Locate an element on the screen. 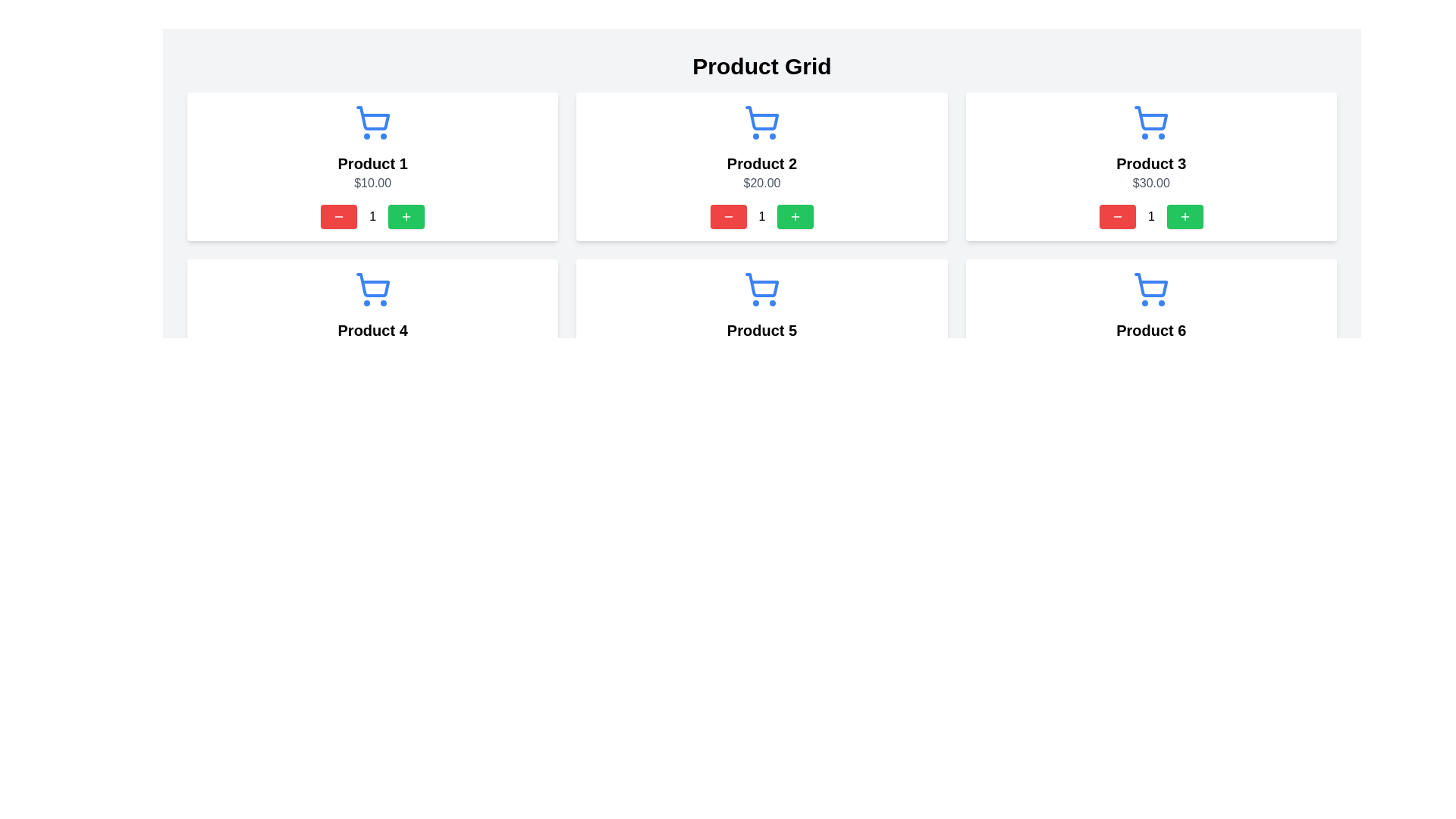 The width and height of the screenshot is (1456, 819). the increase quantity button located in the middle of the green button below the 'Product 3' card in the product grid is located at coordinates (1184, 216).